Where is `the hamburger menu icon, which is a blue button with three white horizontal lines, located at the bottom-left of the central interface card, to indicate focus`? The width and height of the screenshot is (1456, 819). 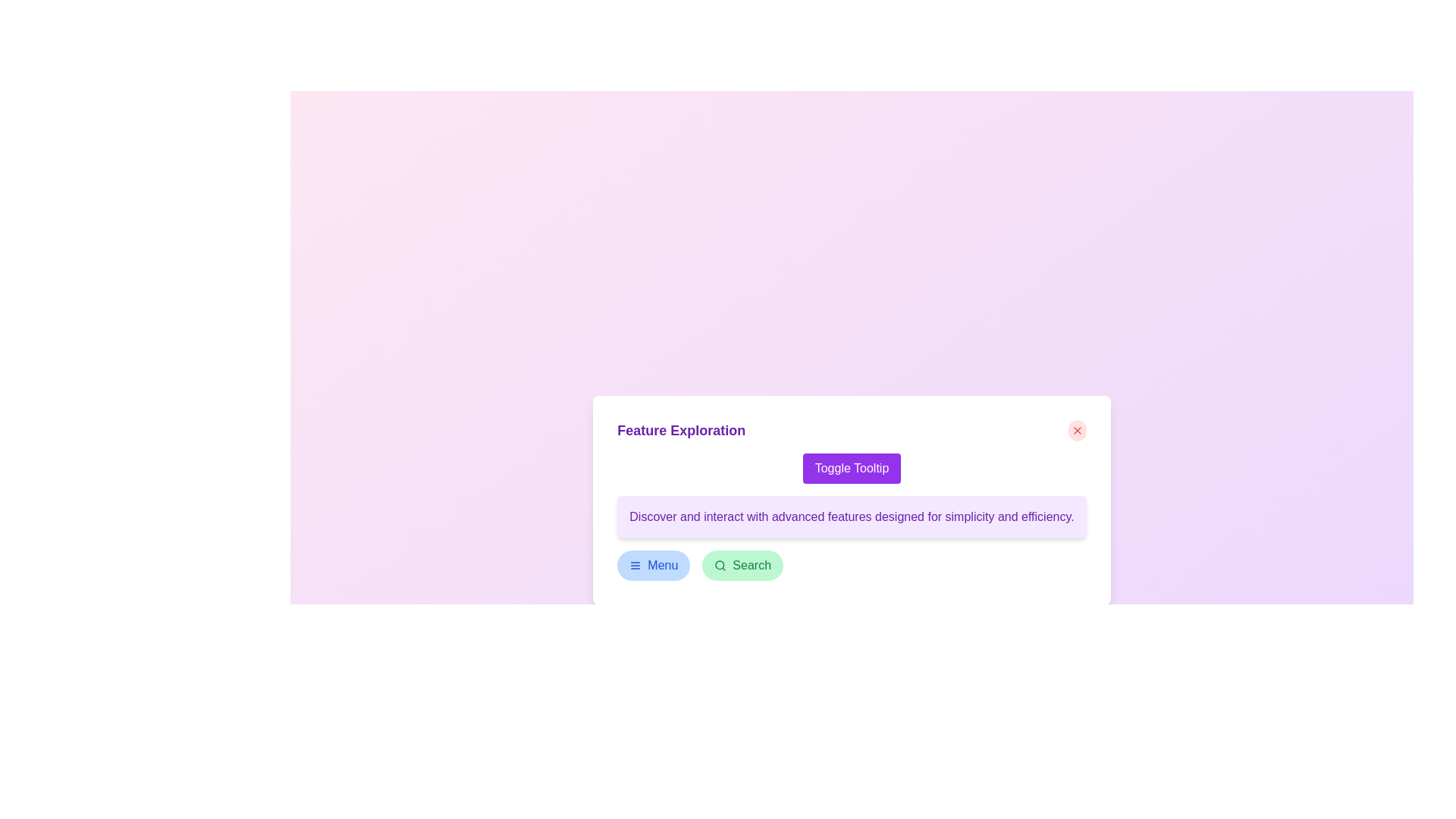
the hamburger menu icon, which is a blue button with three white horizontal lines, located at the bottom-left of the central interface card, to indicate focus is located at coordinates (635, 565).